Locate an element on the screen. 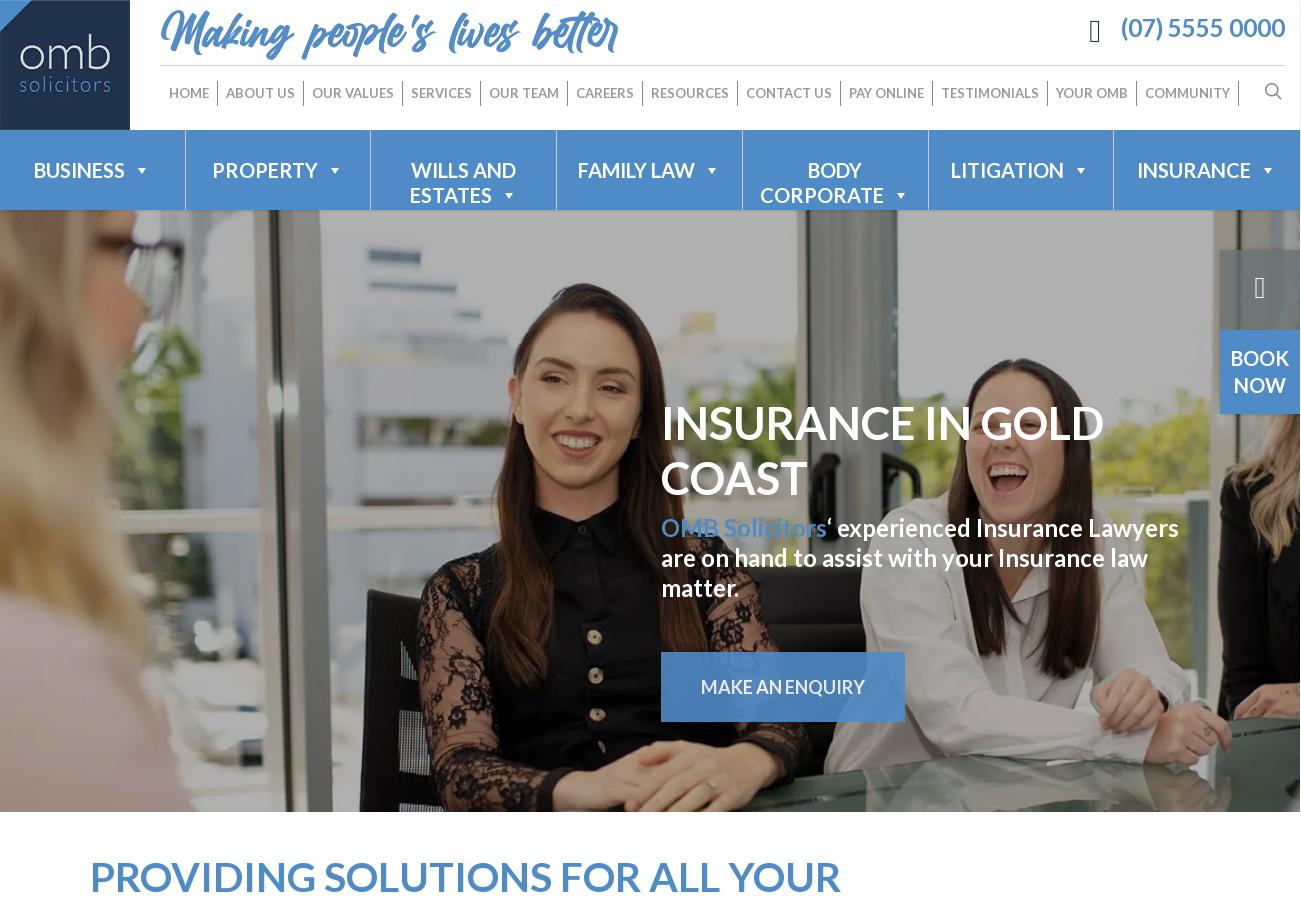 The width and height of the screenshot is (1301, 898). 'CMS & By-Laws' is located at coordinates (662, 317).